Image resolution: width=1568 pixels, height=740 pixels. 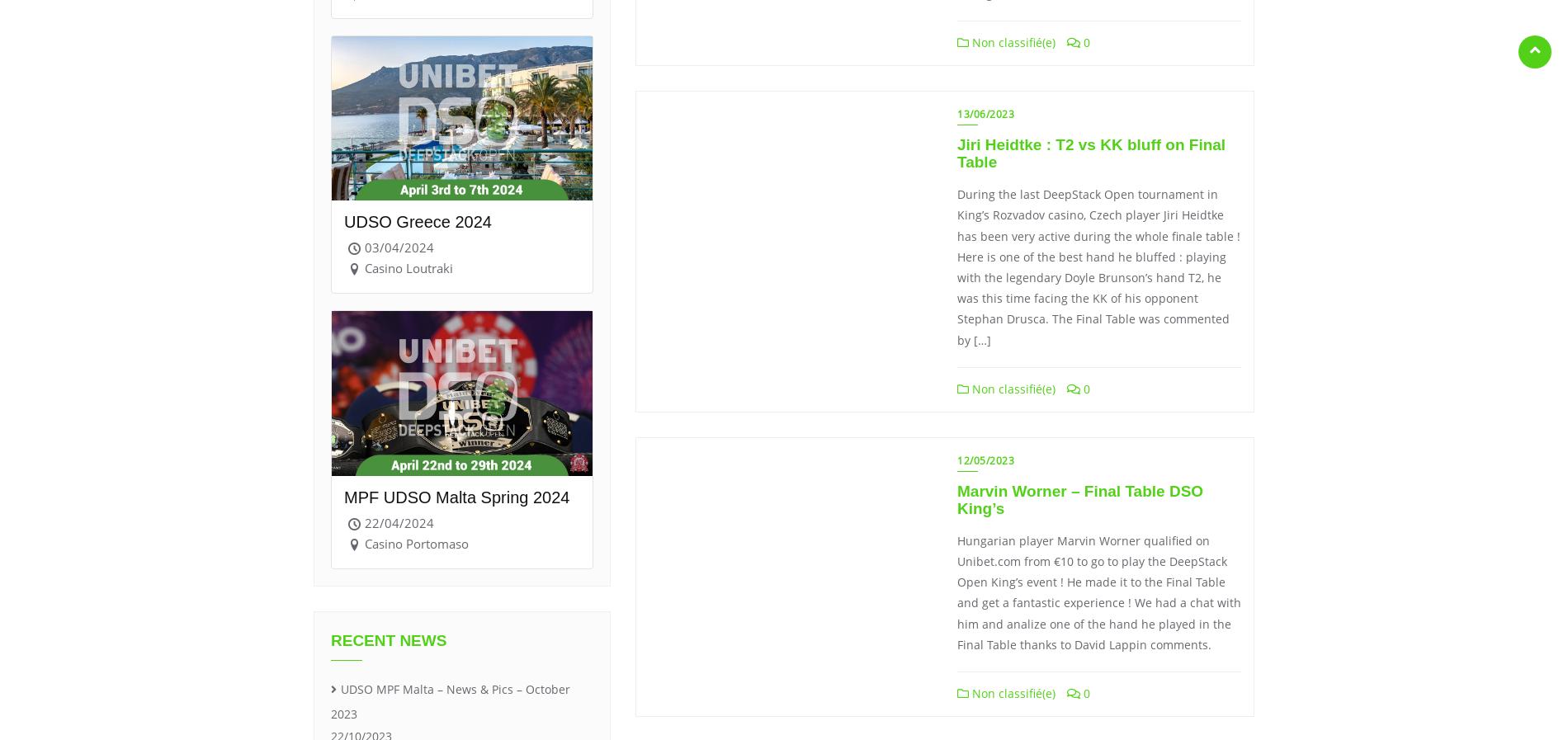 I want to click on '12/05/2023', so click(x=985, y=460).